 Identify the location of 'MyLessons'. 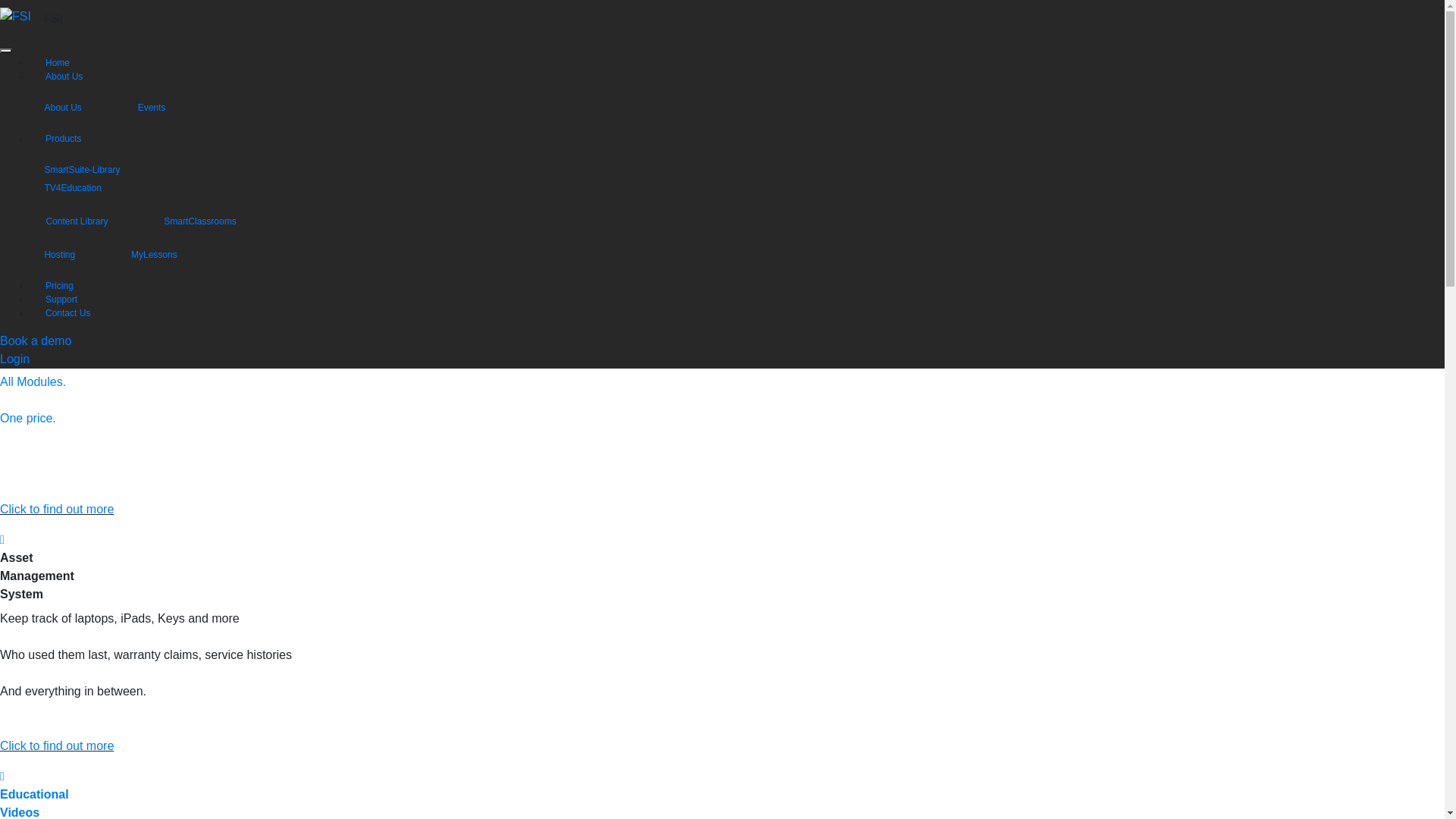
(168, 253).